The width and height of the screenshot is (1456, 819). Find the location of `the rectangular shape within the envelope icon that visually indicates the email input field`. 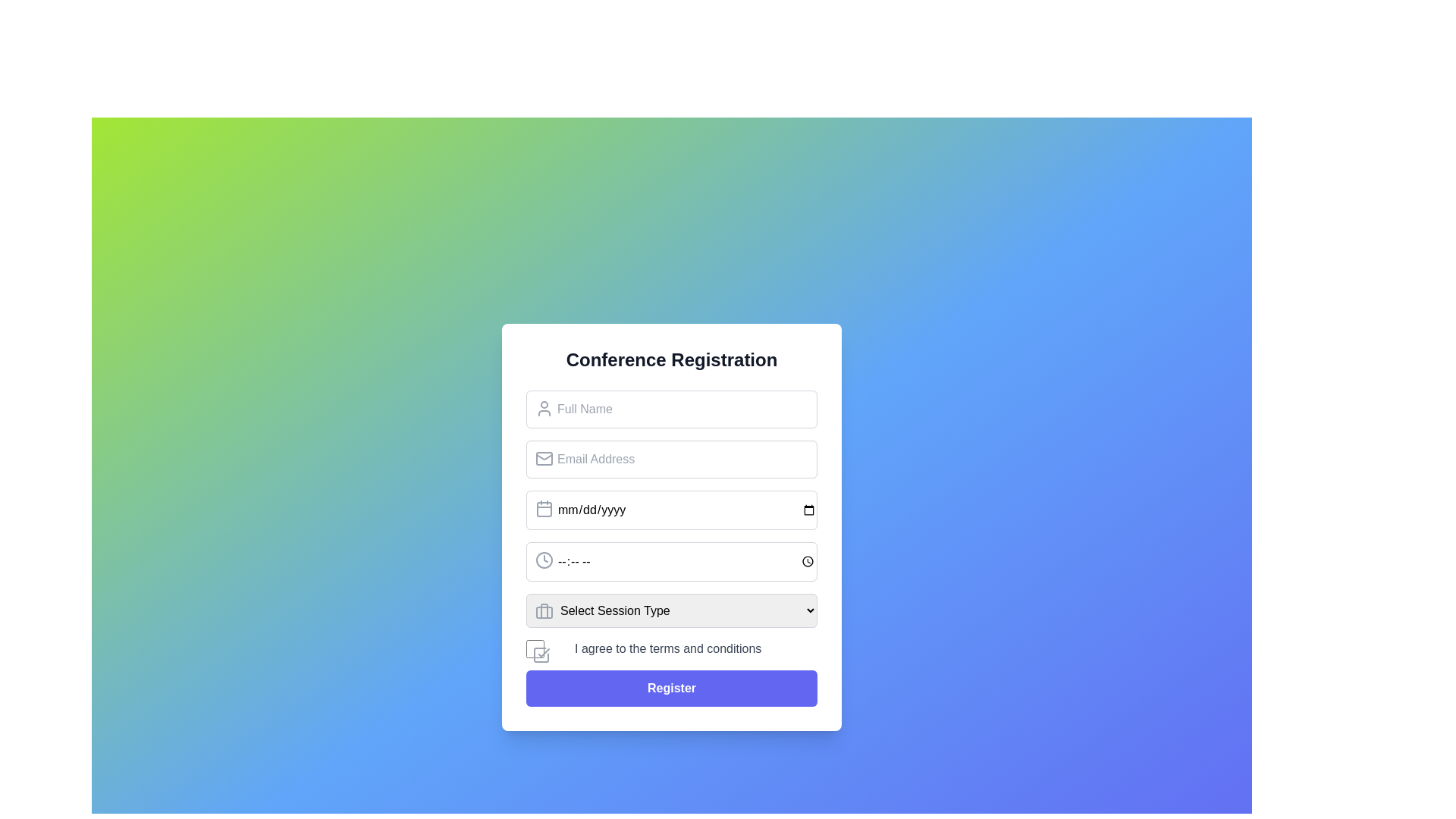

the rectangular shape within the envelope icon that visually indicates the email input field is located at coordinates (544, 457).